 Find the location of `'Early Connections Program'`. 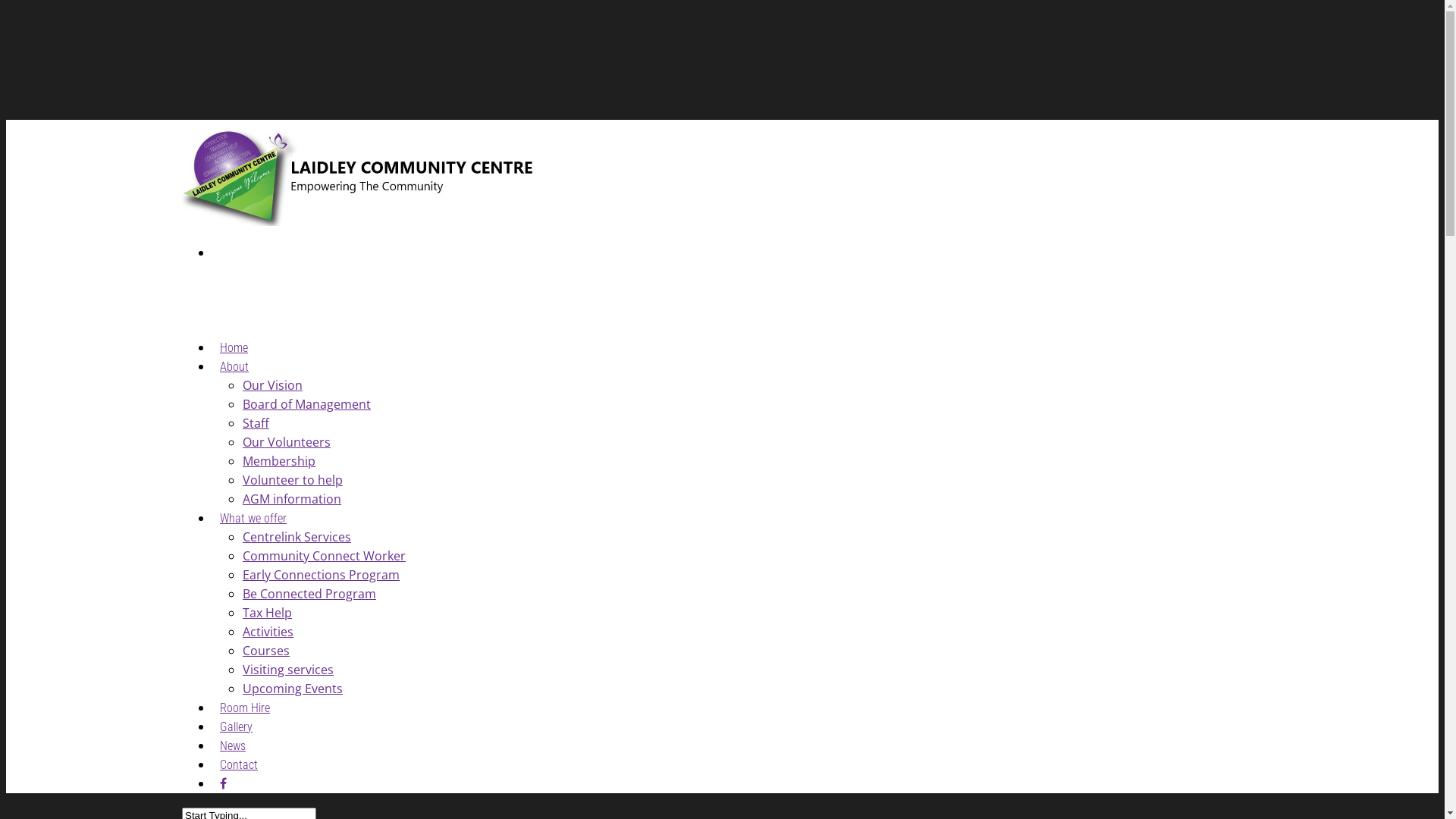

'Early Connections Program' is located at coordinates (320, 575).